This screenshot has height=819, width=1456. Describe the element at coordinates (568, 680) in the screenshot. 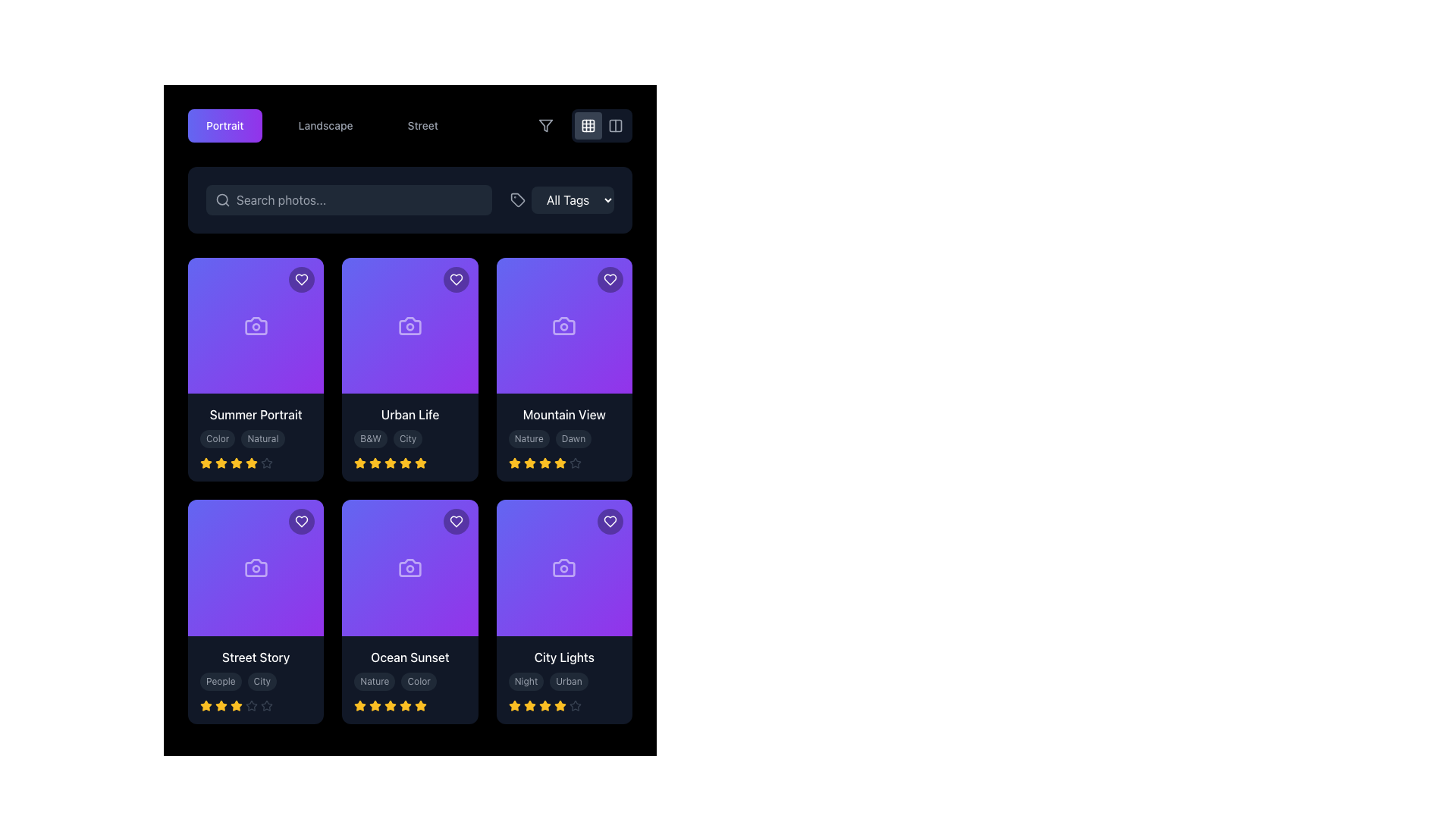

I see `the 'Urban' label or tag associated with the 'City Lights' item, located in the third card of the second row, to the right of the 'Night' tag` at that location.